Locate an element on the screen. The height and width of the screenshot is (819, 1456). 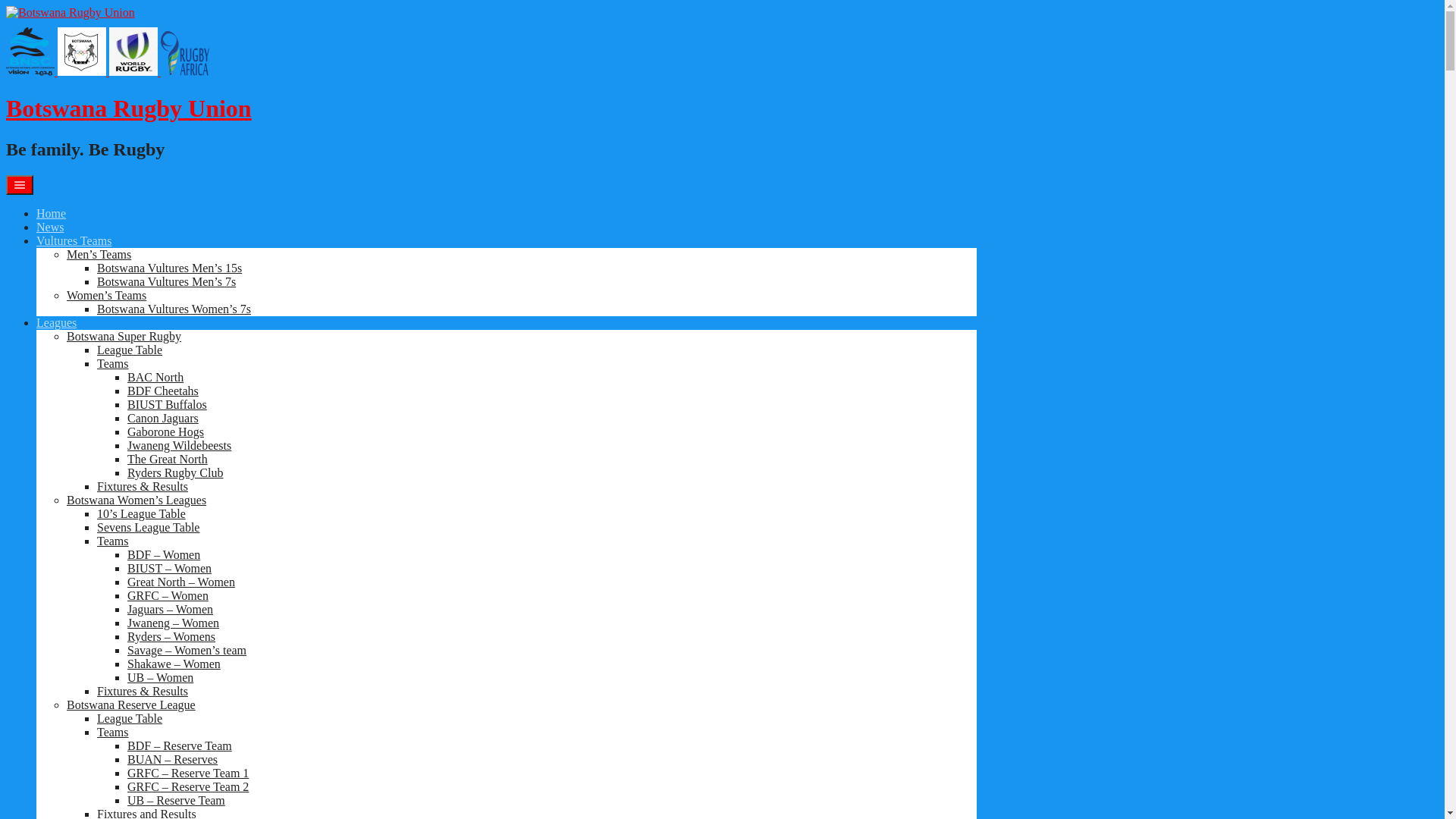
'Fixtures & Results' is located at coordinates (96, 486).